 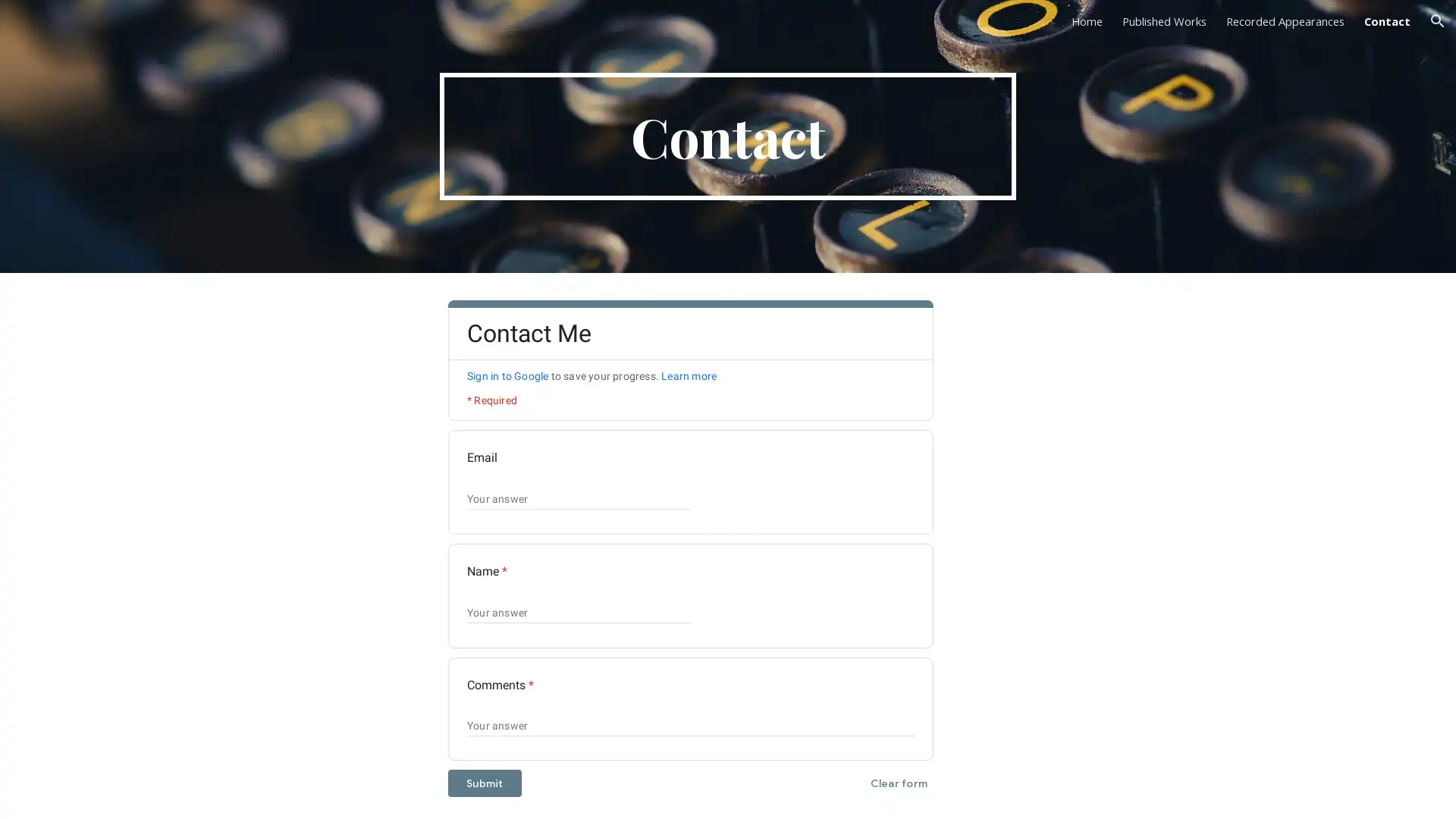 What do you see at coordinates (139, 792) in the screenshot?
I see `Report abuse` at bounding box center [139, 792].